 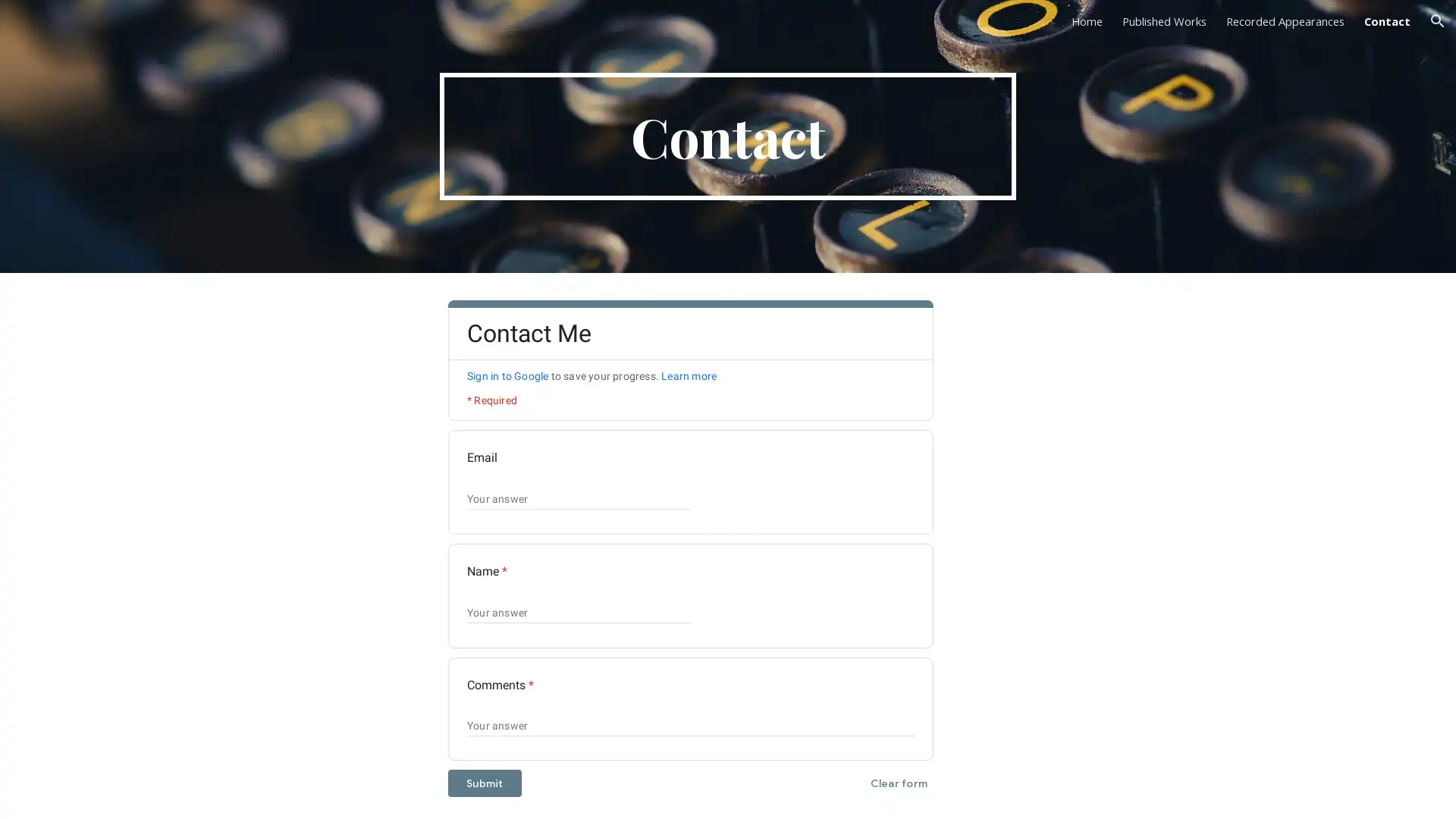 What do you see at coordinates (139, 792) in the screenshot?
I see `Report abuse` at bounding box center [139, 792].